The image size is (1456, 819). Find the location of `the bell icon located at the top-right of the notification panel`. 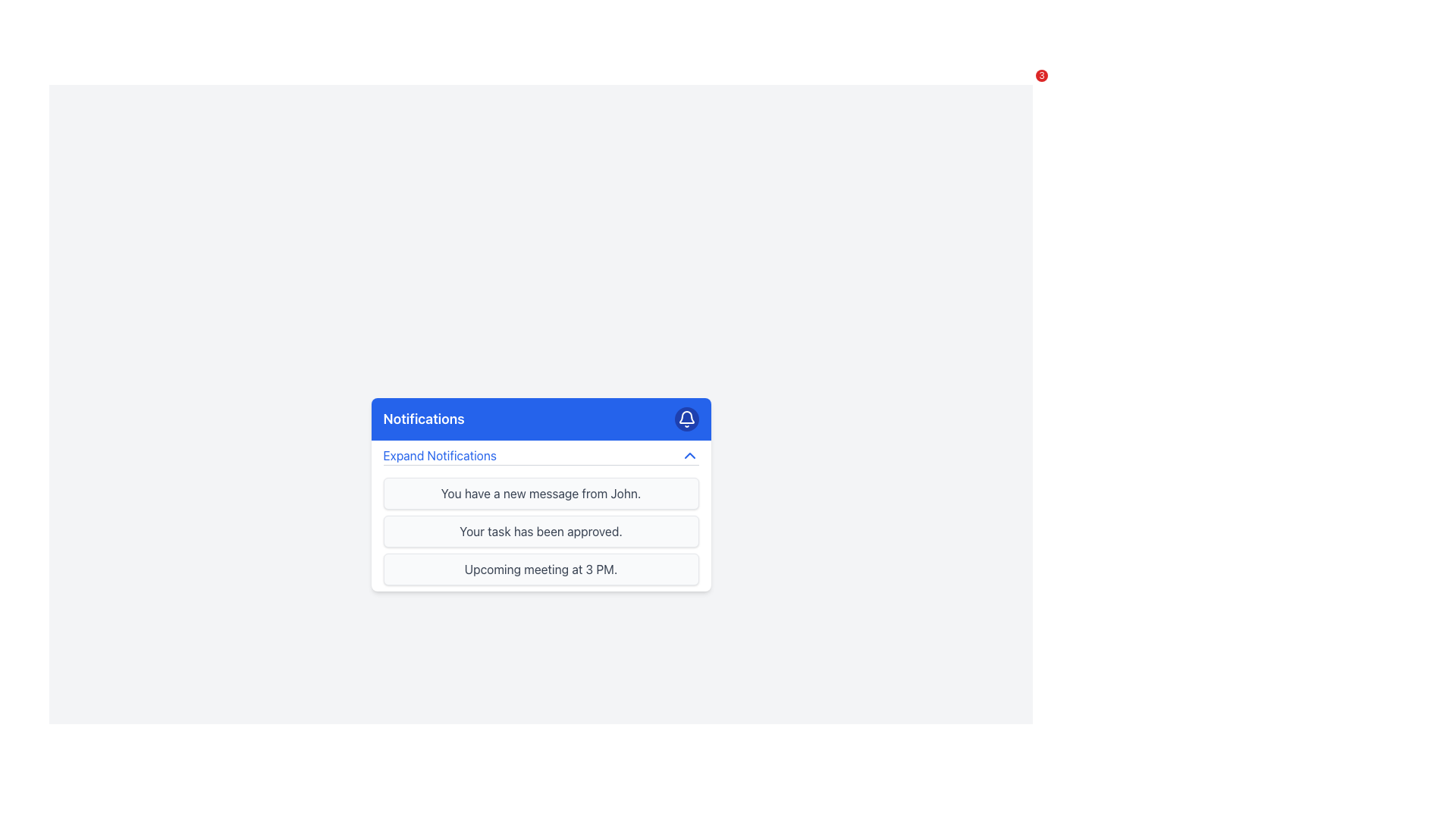

the bell icon located at the top-right of the notification panel is located at coordinates (686, 419).